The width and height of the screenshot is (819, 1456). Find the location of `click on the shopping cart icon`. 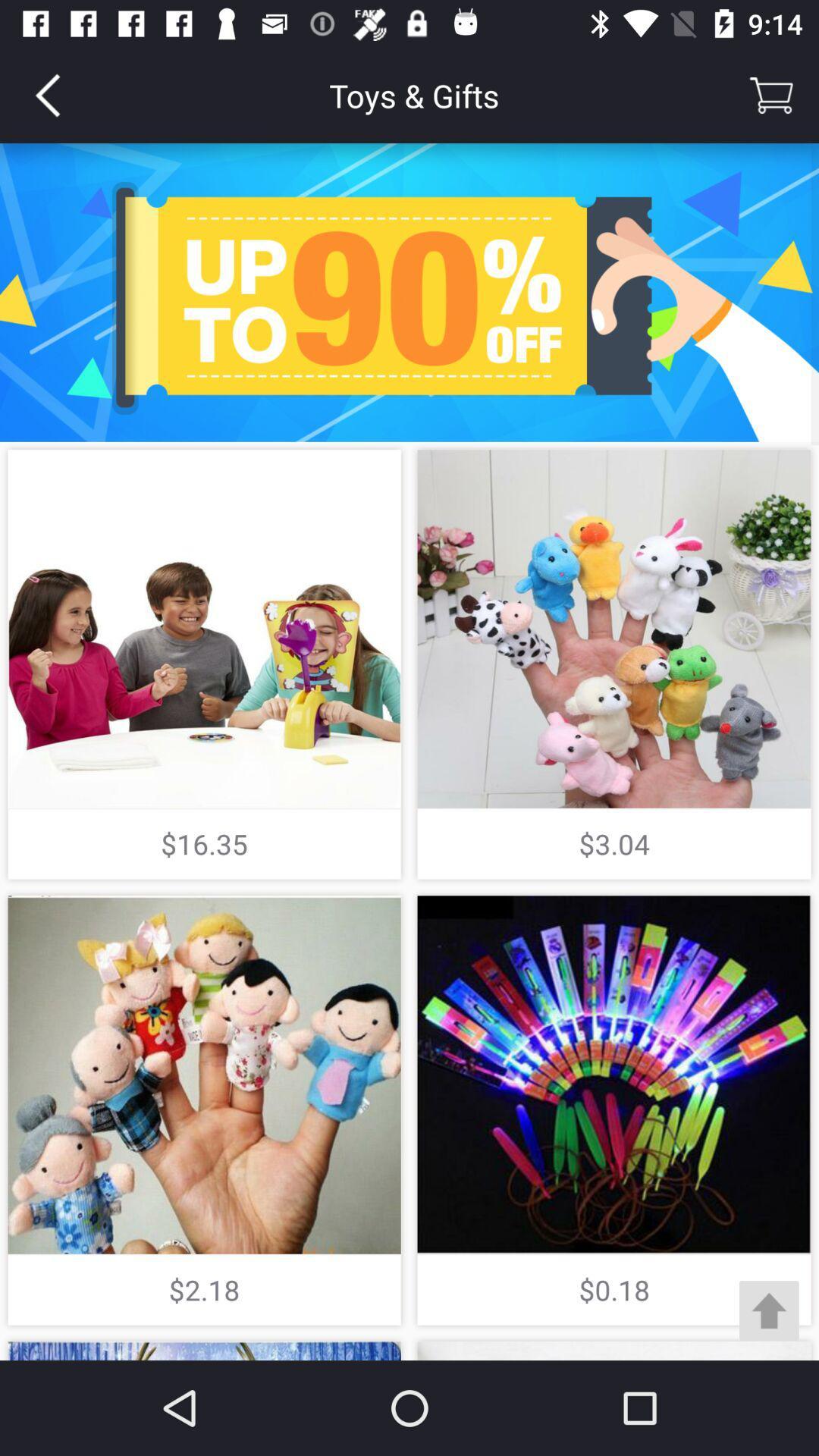

click on the shopping cart icon is located at coordinates (771, 94).